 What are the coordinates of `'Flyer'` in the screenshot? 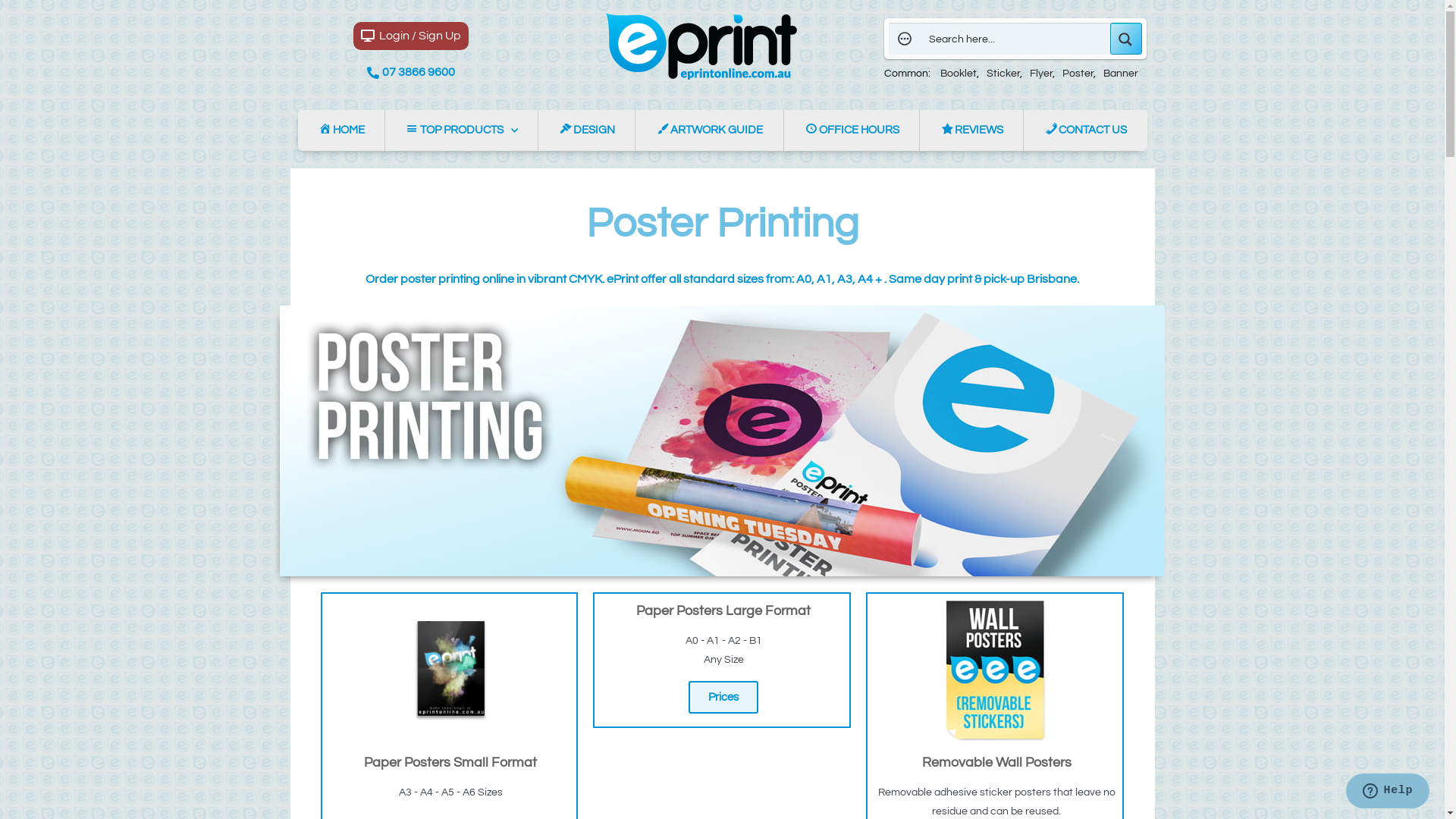 It's located at (1041, 73).